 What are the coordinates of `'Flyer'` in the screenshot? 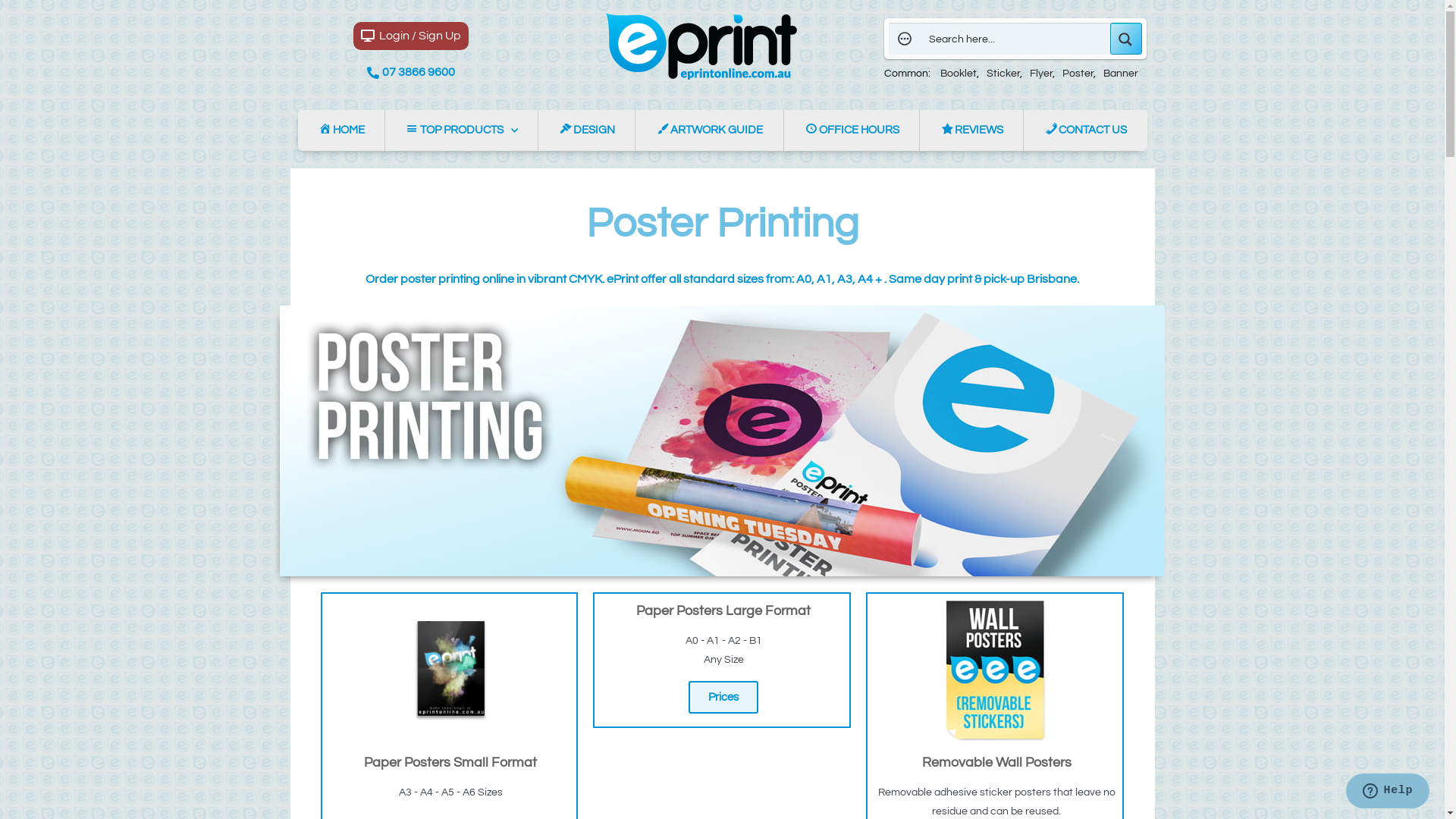 It's located at (1041, 73).